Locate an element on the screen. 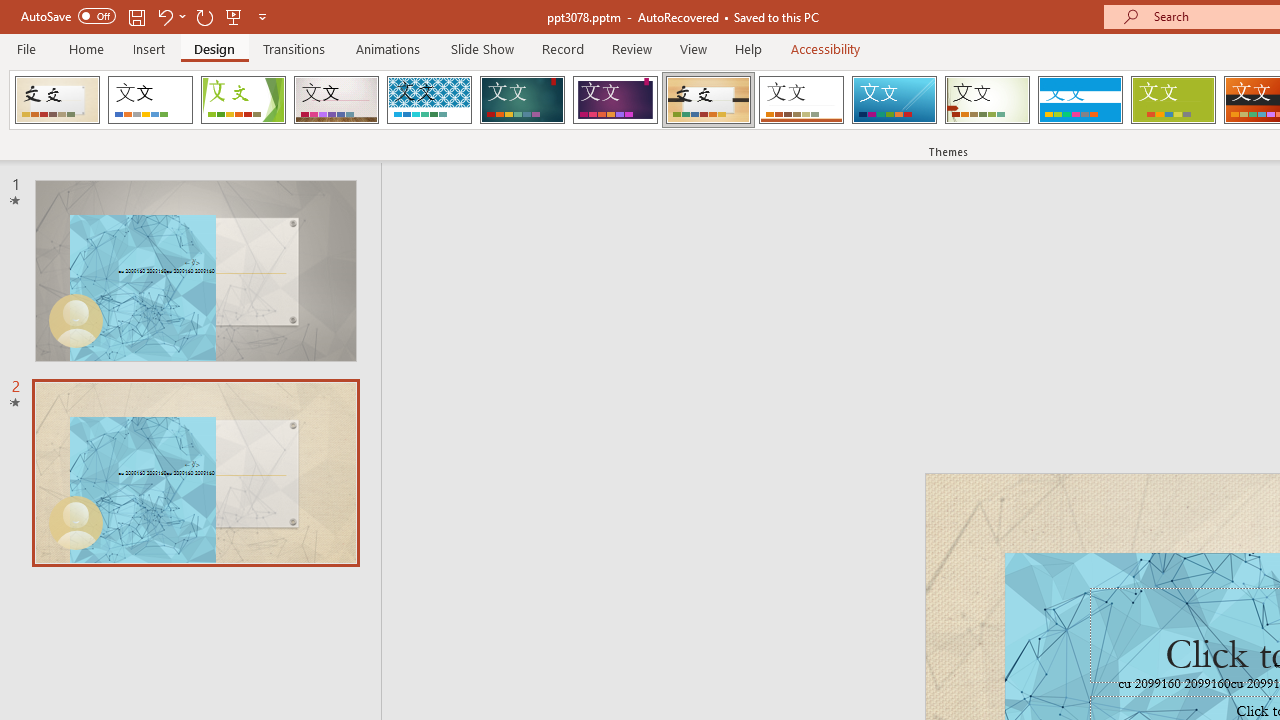 The width and height of the screenshot is (1280, 720). 'Wisp' is located at coordinates (987, 100).